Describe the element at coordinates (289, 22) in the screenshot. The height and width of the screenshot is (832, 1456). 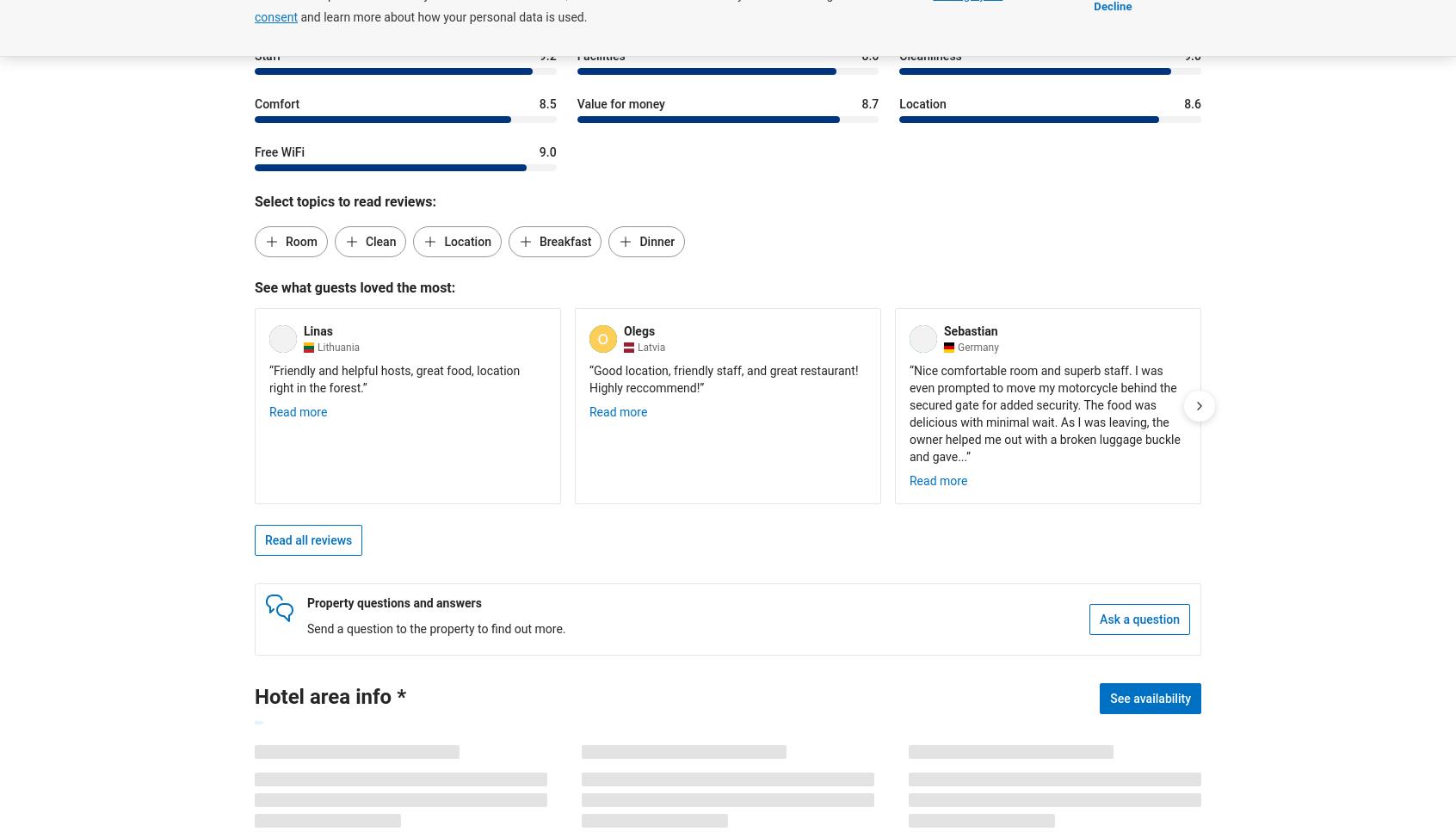
I see `'Categories:'` at that location.